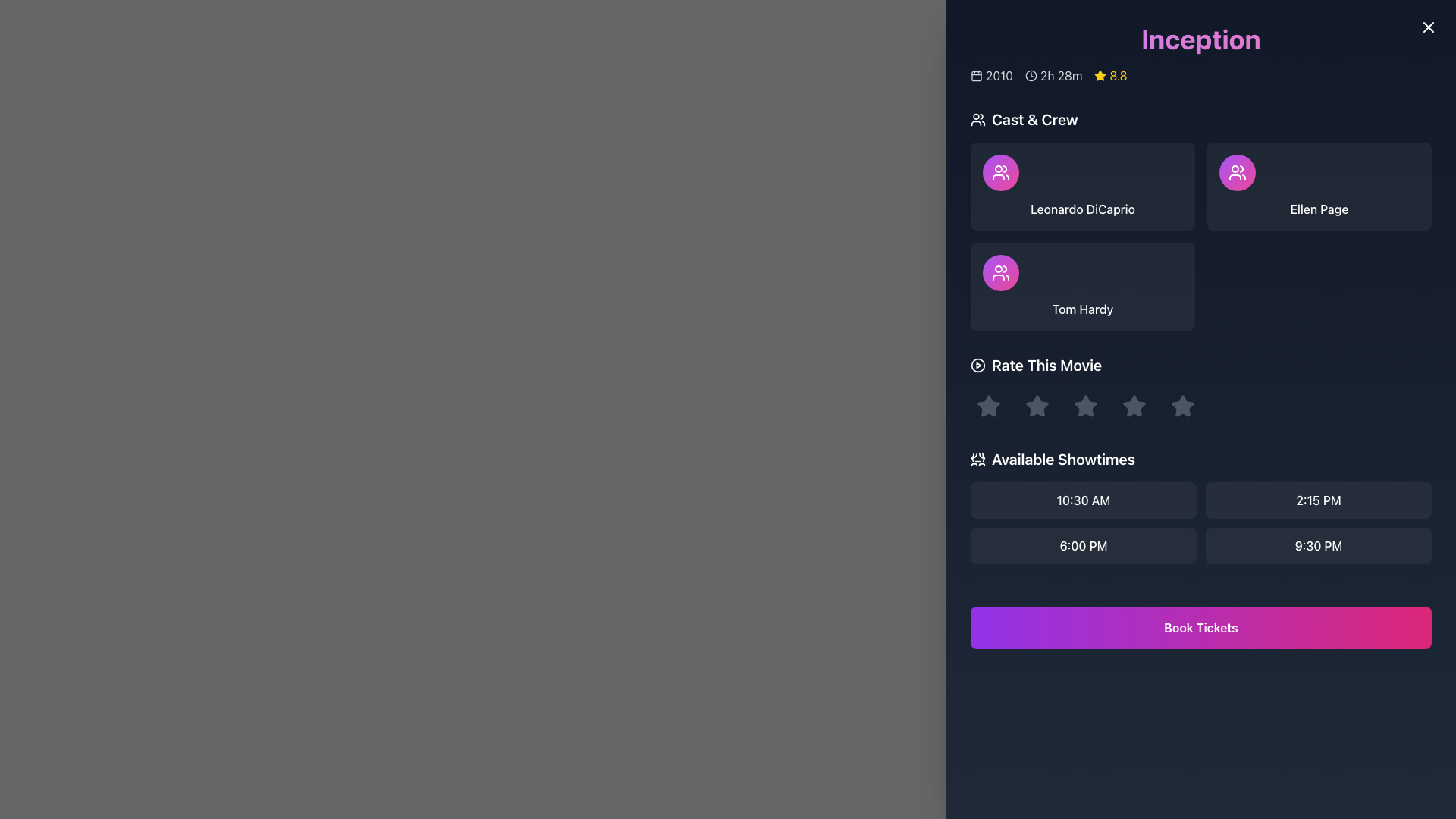 Image resolution: width=1456 pixels, height=819 pixels. Describe the element at coordinates (1083, 500) in the screenshot. I see `the '10:30 AM' showtime button located in the top-left corner of the 'Available Showtimes' section` at that location.